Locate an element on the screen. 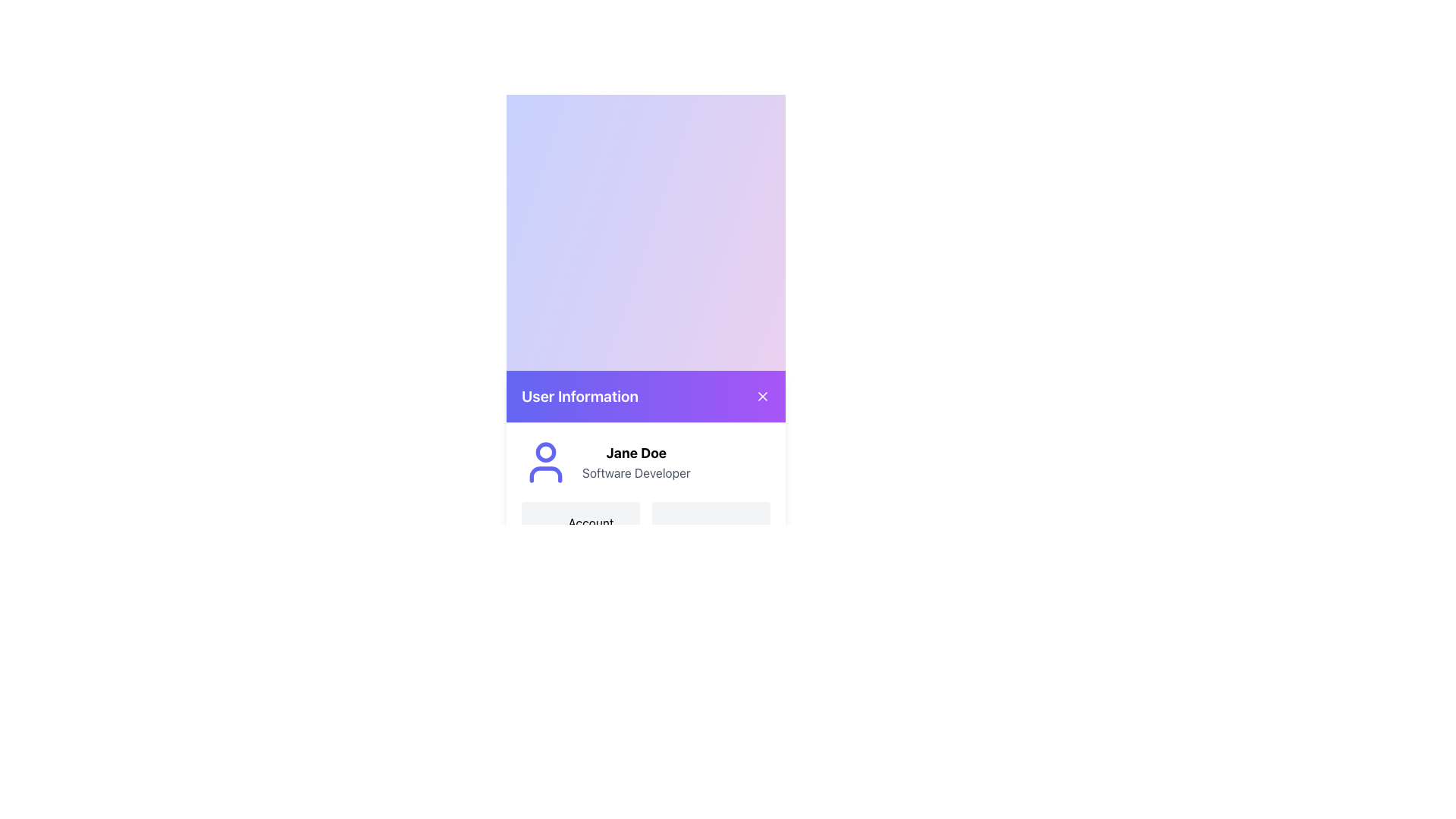  the Text Label that designates 'Software Developer' for the user 'Jane Doe', which is positioned immediately below 'Jane Doe' and to the right of a user profile icon is located at coordinates (636, 472).